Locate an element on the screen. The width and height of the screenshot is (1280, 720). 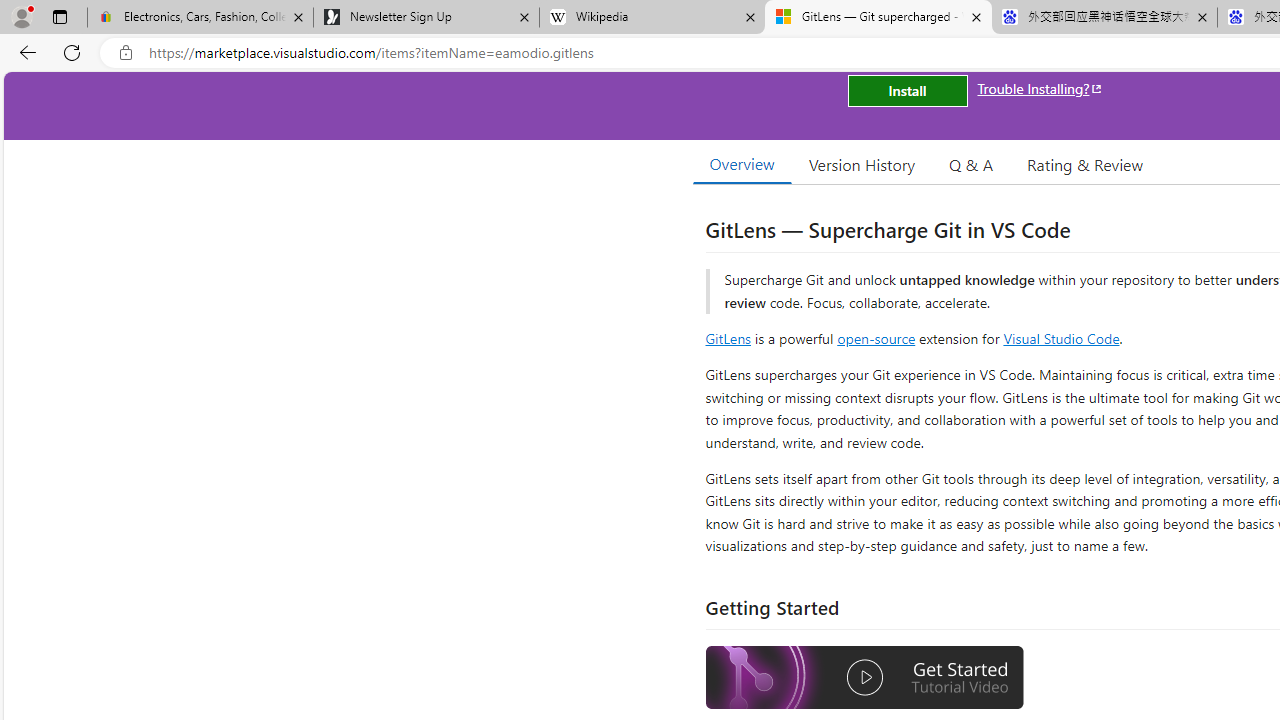
'Version History' is located at coordinates (862, 163).